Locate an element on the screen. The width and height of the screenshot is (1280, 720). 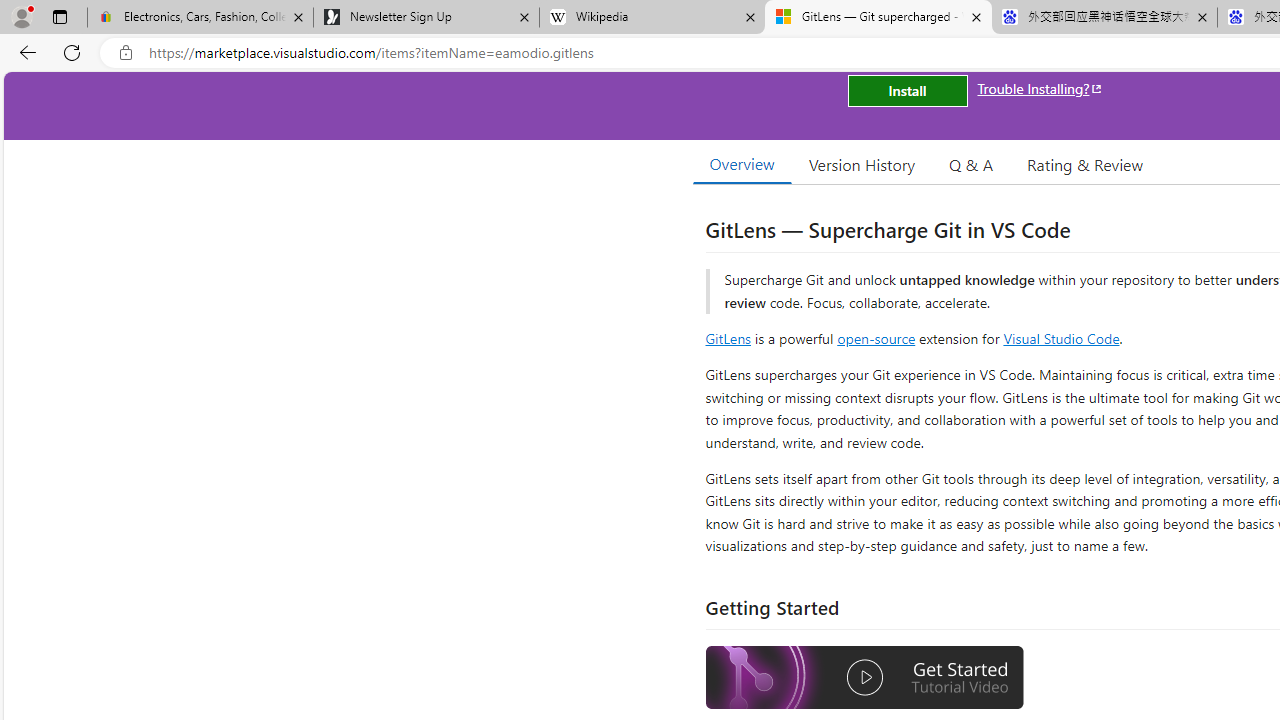
'Version History' is located at coordinates (862, 163).